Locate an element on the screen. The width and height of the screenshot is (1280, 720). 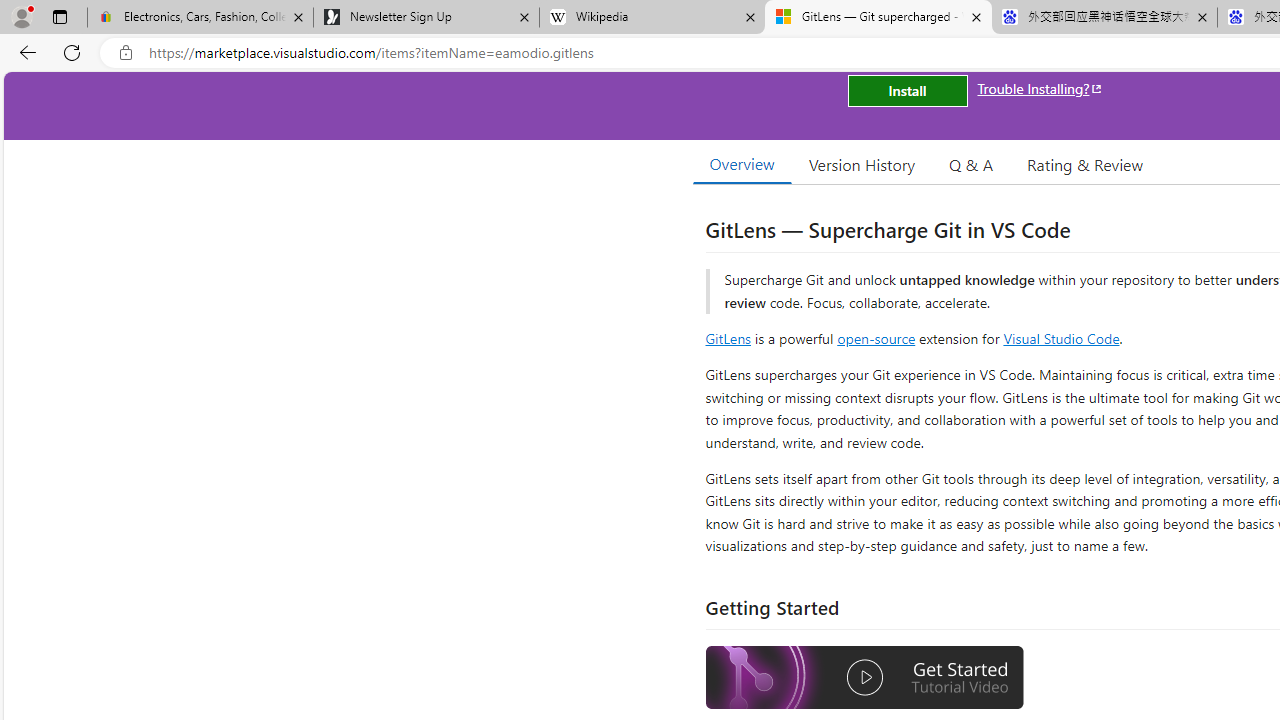
'Version History' is located at coordinates (862, 163).